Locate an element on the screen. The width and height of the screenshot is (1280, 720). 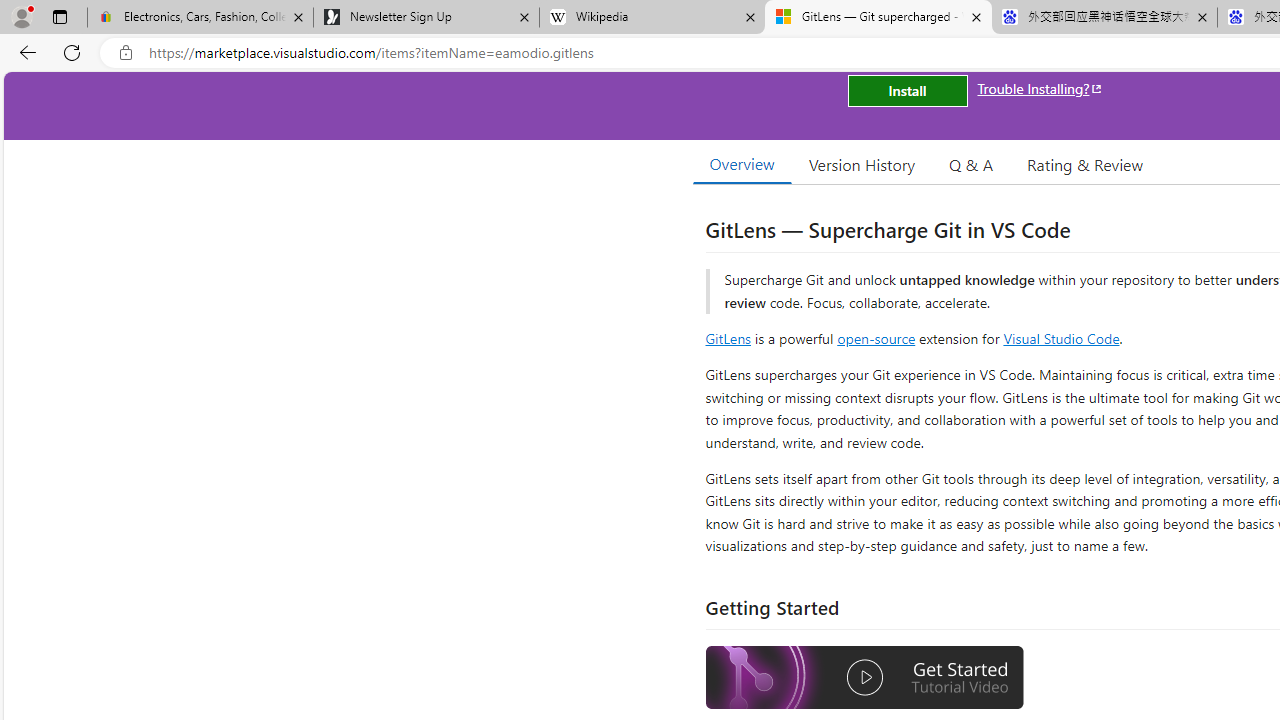
'Version History' is located at coordinates (862, 163).